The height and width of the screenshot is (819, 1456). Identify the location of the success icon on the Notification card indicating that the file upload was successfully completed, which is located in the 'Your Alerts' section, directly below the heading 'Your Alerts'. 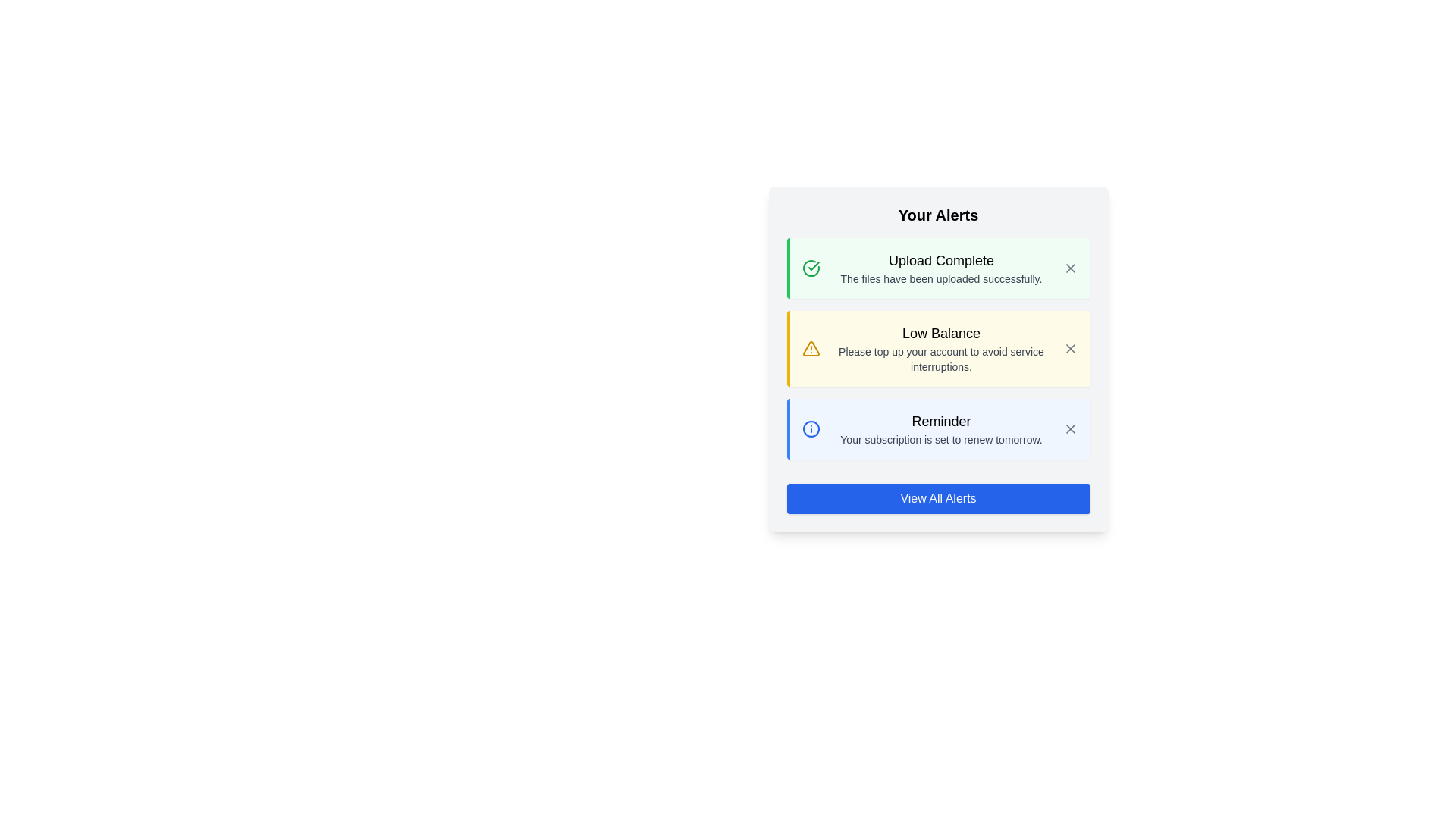
(937, 268).